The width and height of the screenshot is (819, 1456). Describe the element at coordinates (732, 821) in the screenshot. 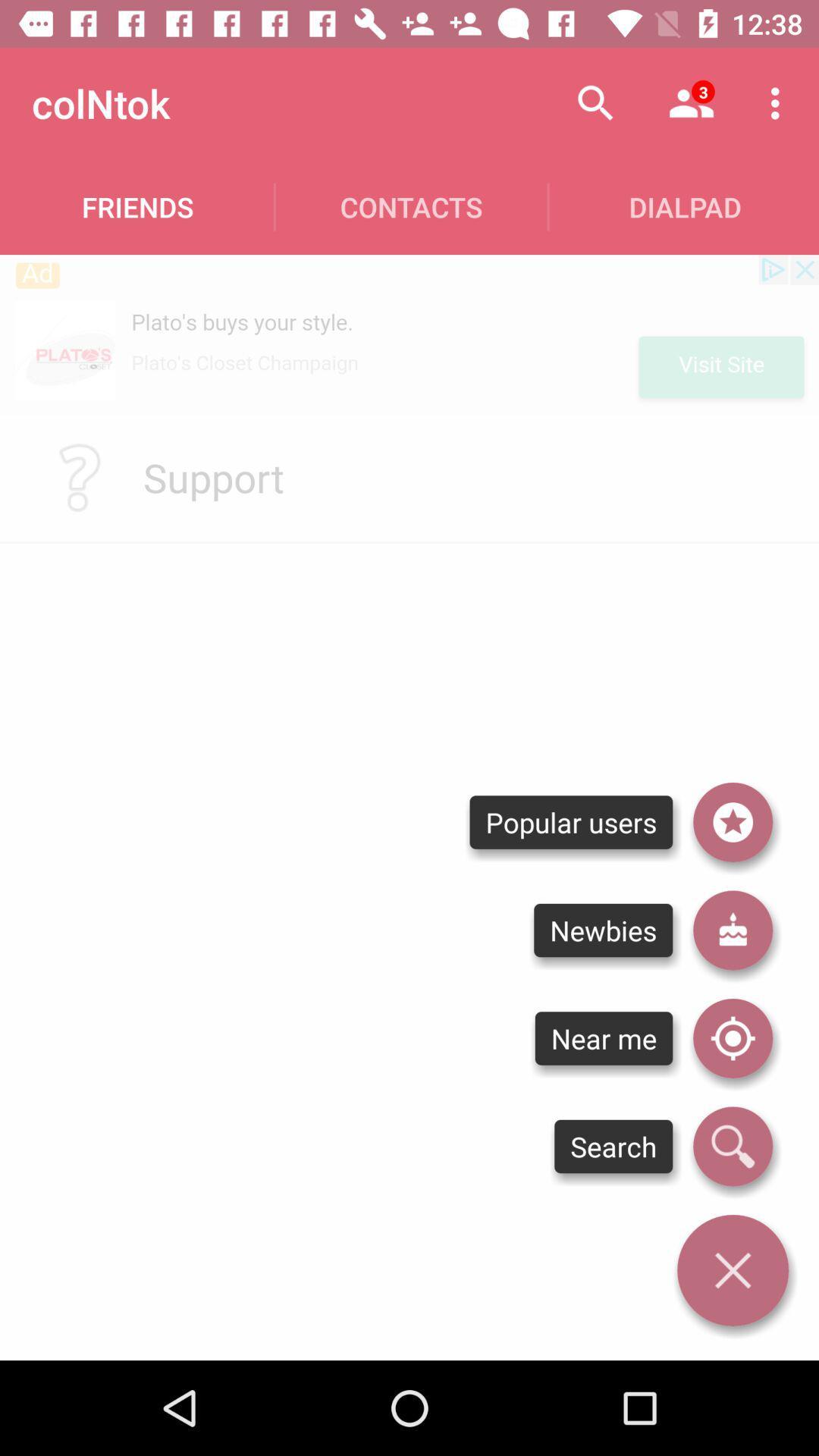

I see `the star icon` at that location.